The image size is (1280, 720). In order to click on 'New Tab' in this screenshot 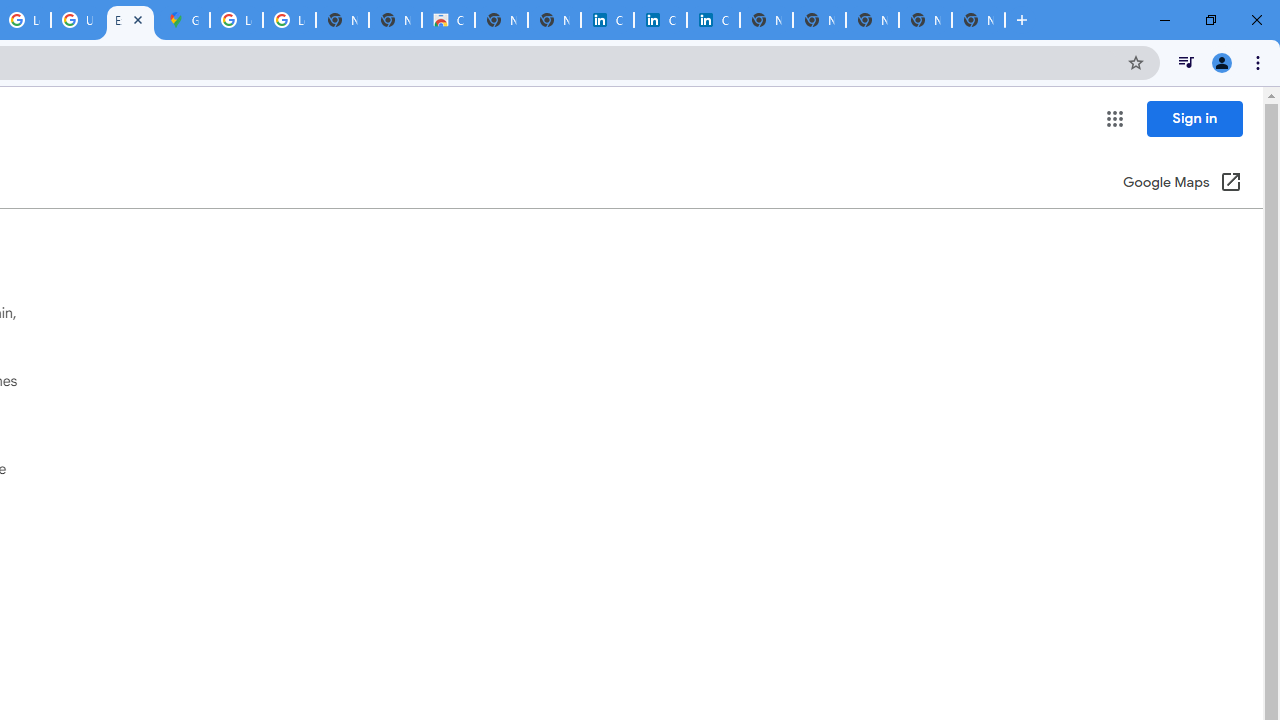, I will do `click(978, 20)`.